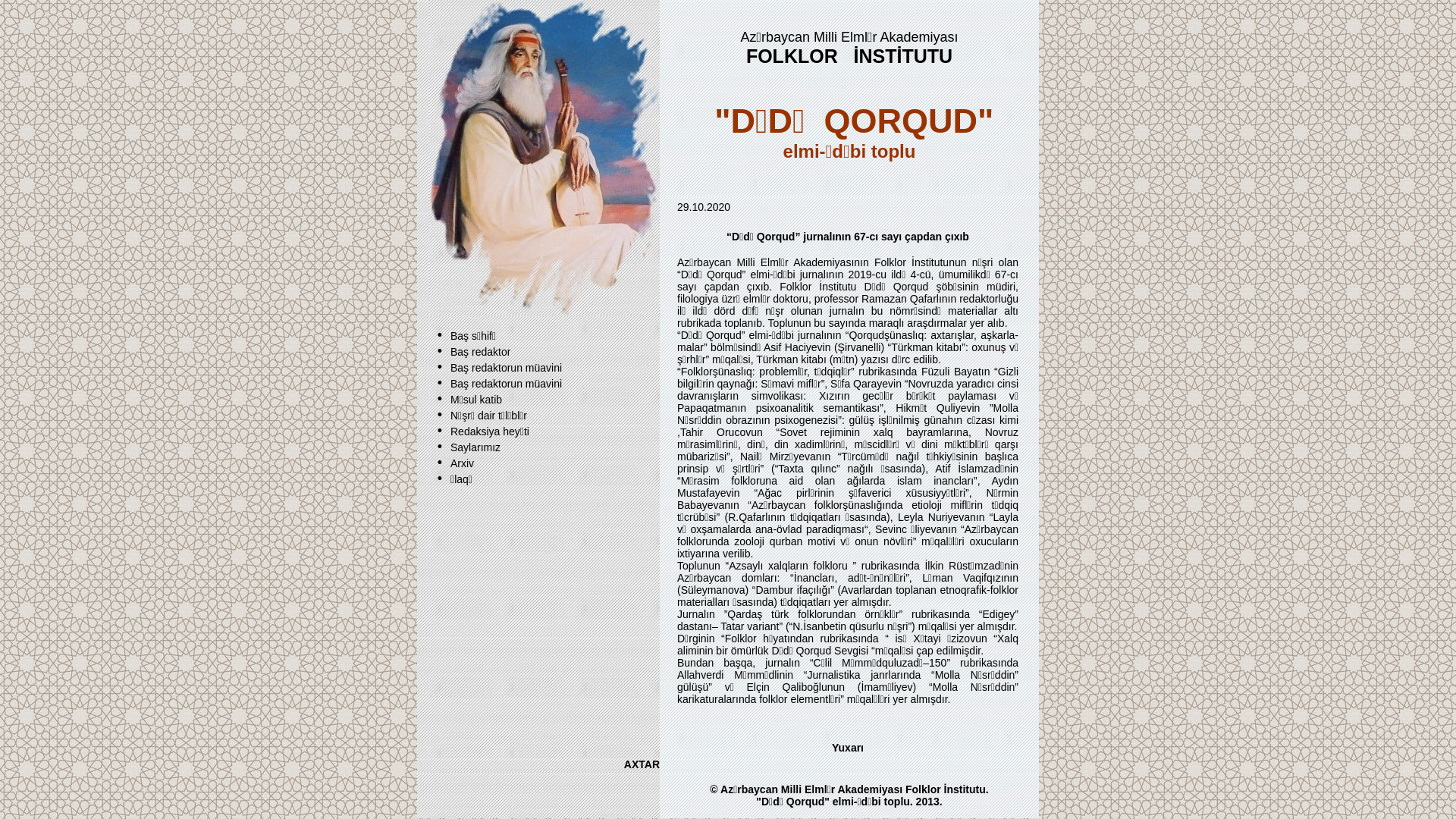 Image resolution: width=1456 pixels, height=819 pixels. Describe the element at coordinates (461, 461) in the screenshot. I see `'Arxiv'` at that location.